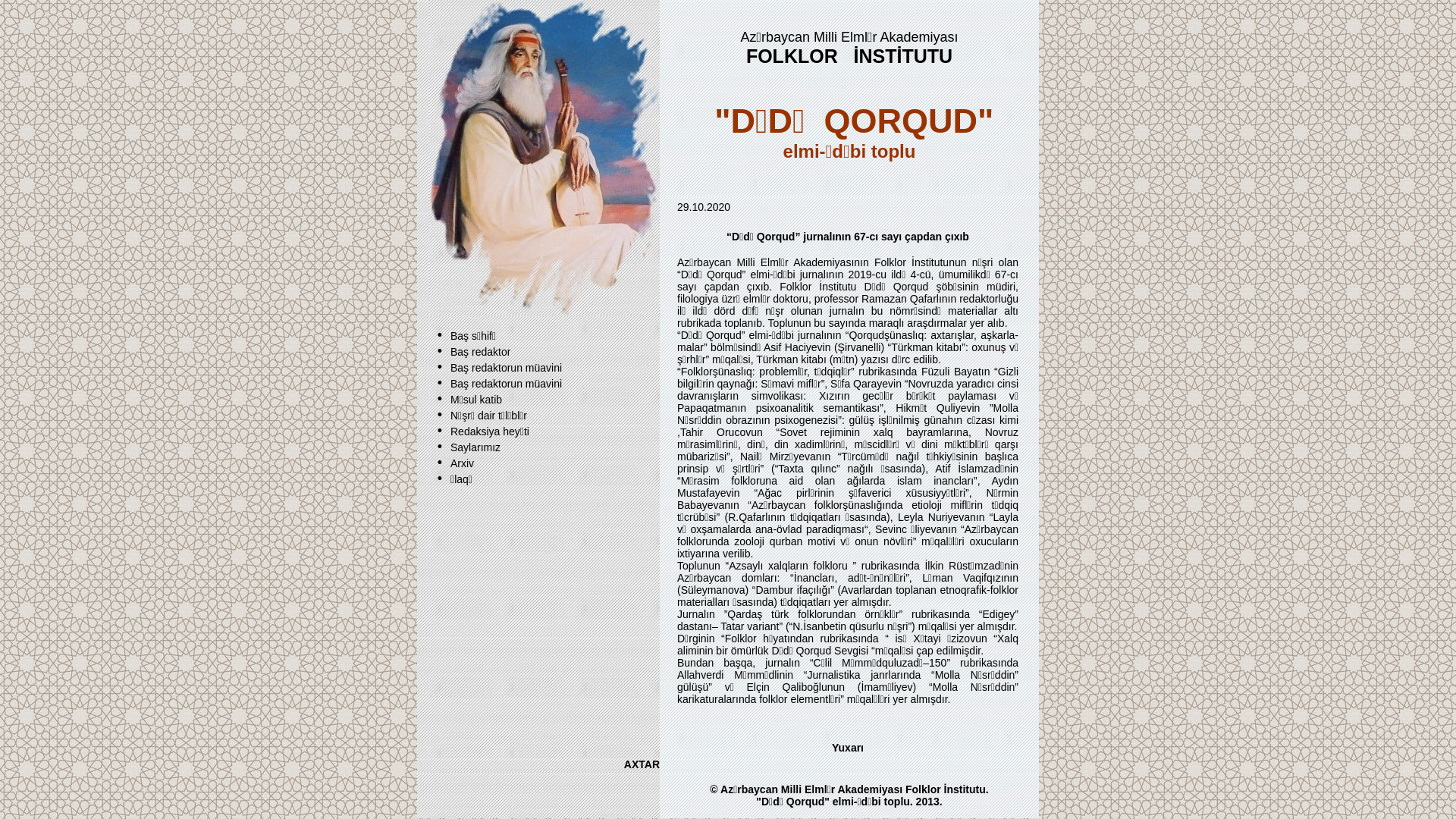 Image resolution: width=1456 pixels, height=819 pixels. Describe the element at coordinates (461, 461) in the screenshot. I see `'Arxiv'` at that location.